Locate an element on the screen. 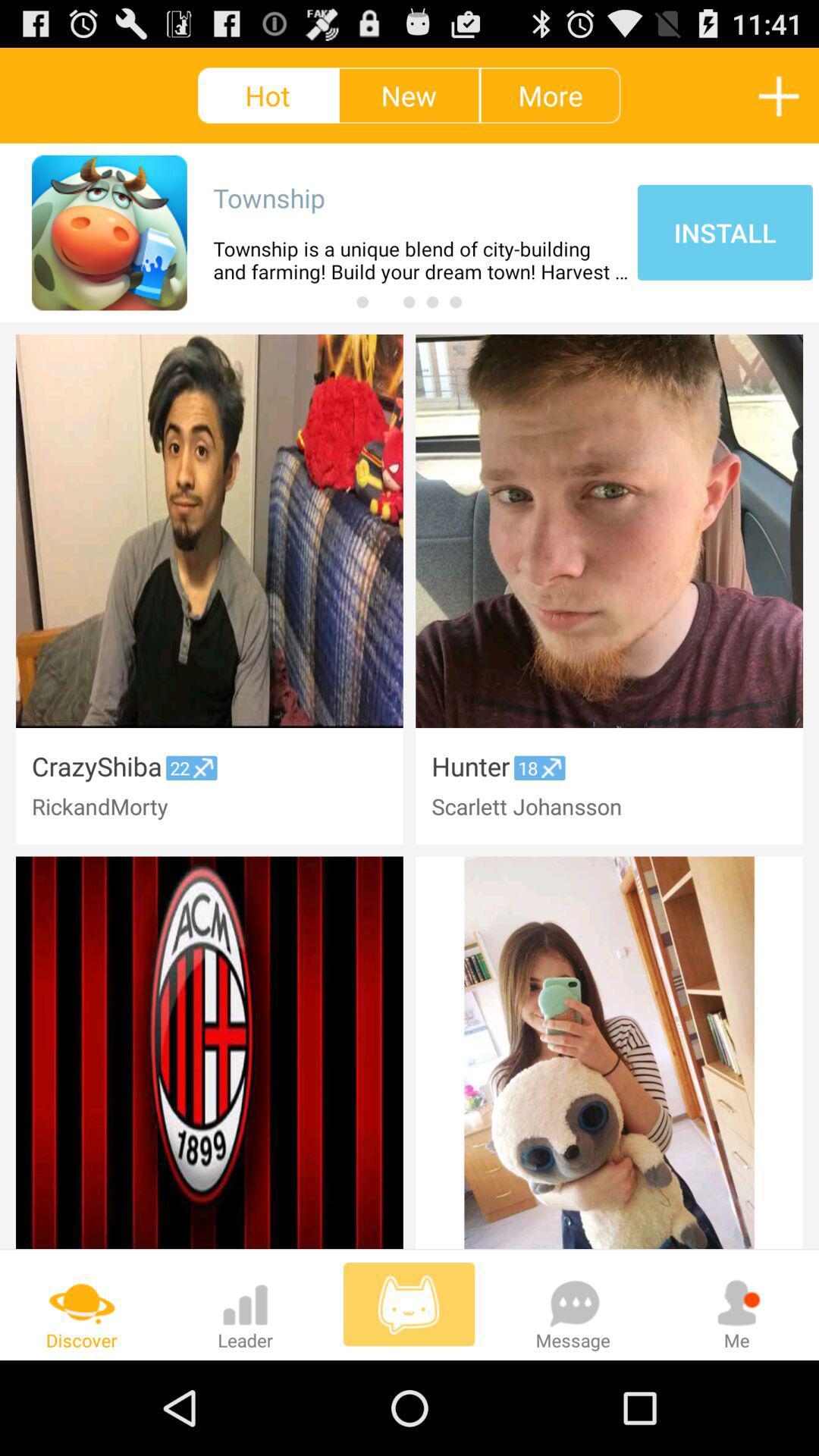 This screenshot has height=1456, width=819. message in the bottom is located at coordinates (573, 1304).